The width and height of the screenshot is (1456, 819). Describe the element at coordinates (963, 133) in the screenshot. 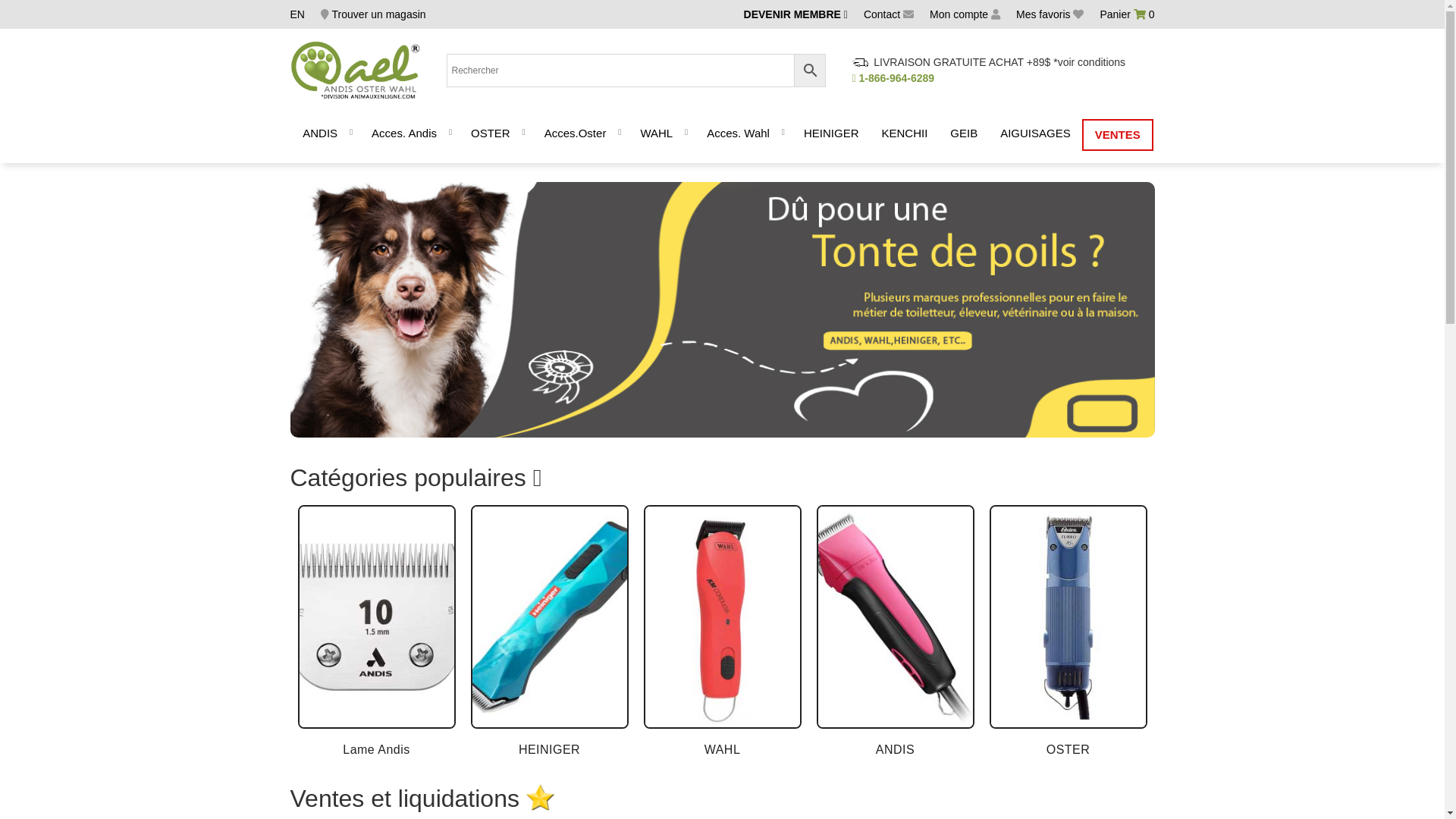

I see `'GEIB'` at that location.